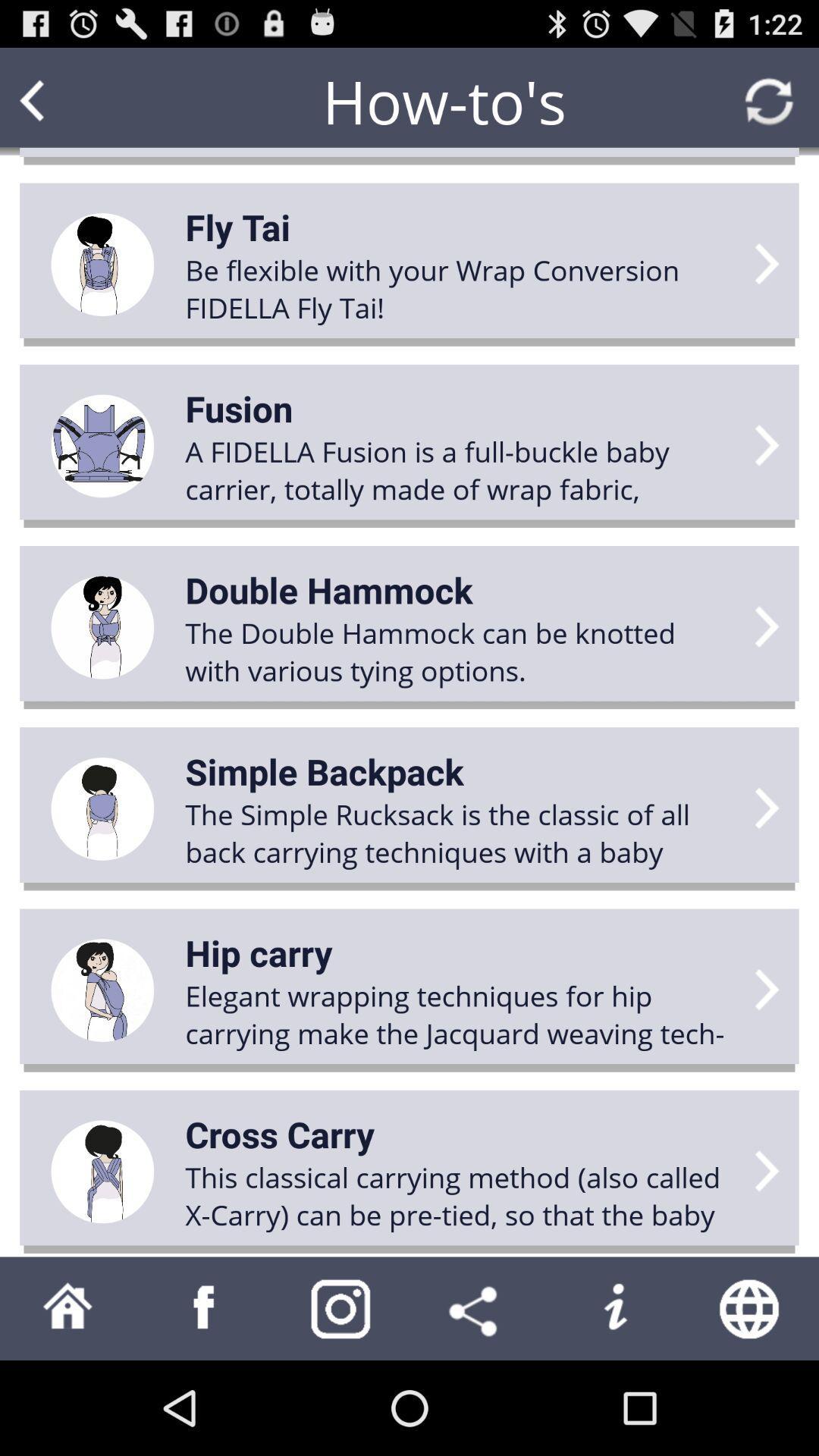 This screenshot has height=1456, width=819. I want to click on item below the double hammock app, so click(324, 771).